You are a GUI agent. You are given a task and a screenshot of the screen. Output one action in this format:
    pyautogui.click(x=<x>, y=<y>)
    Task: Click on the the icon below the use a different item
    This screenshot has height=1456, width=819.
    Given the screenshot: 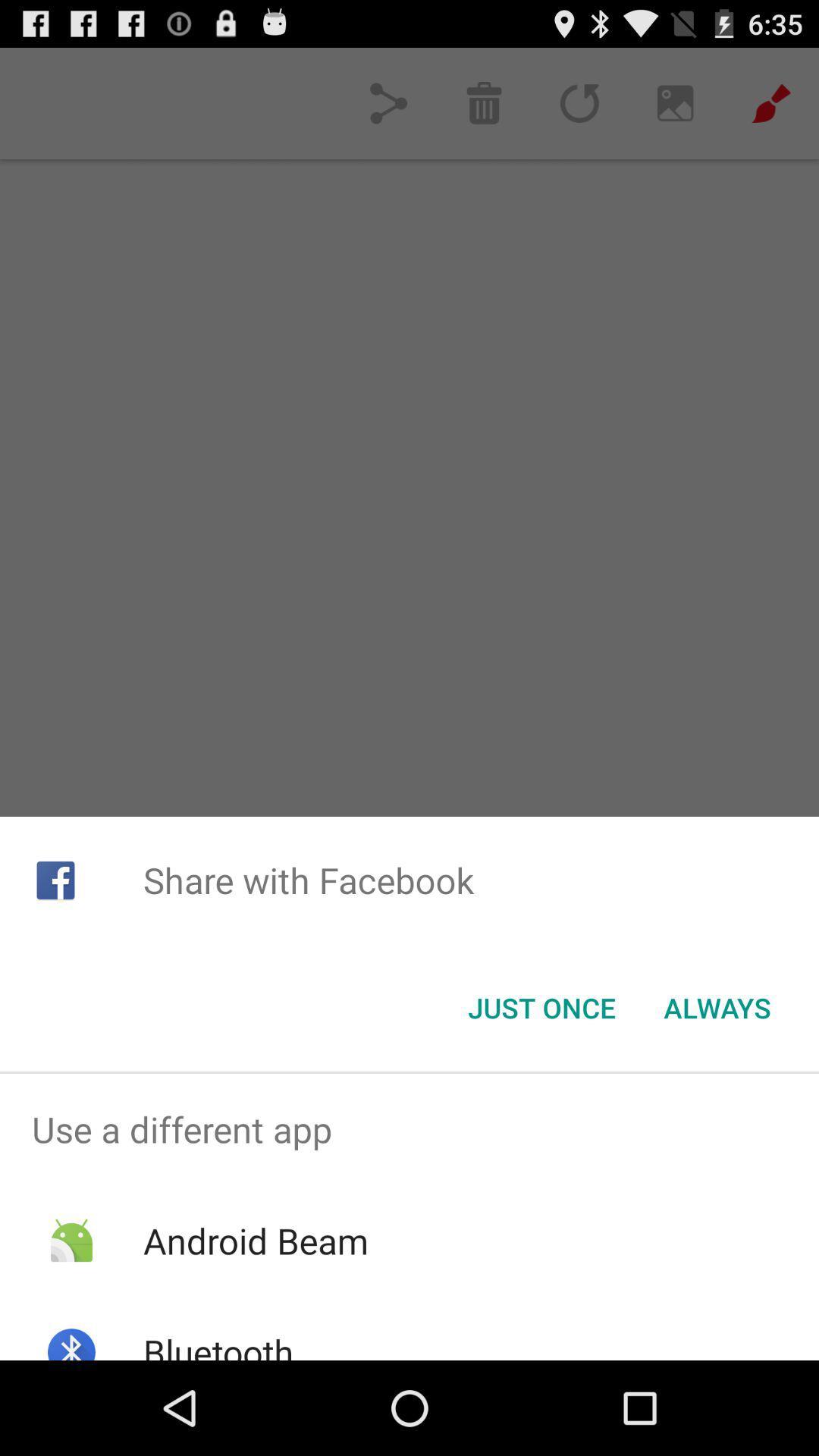 What is the action you would take?
    pyautogui.click(x=255, y=1241)
    